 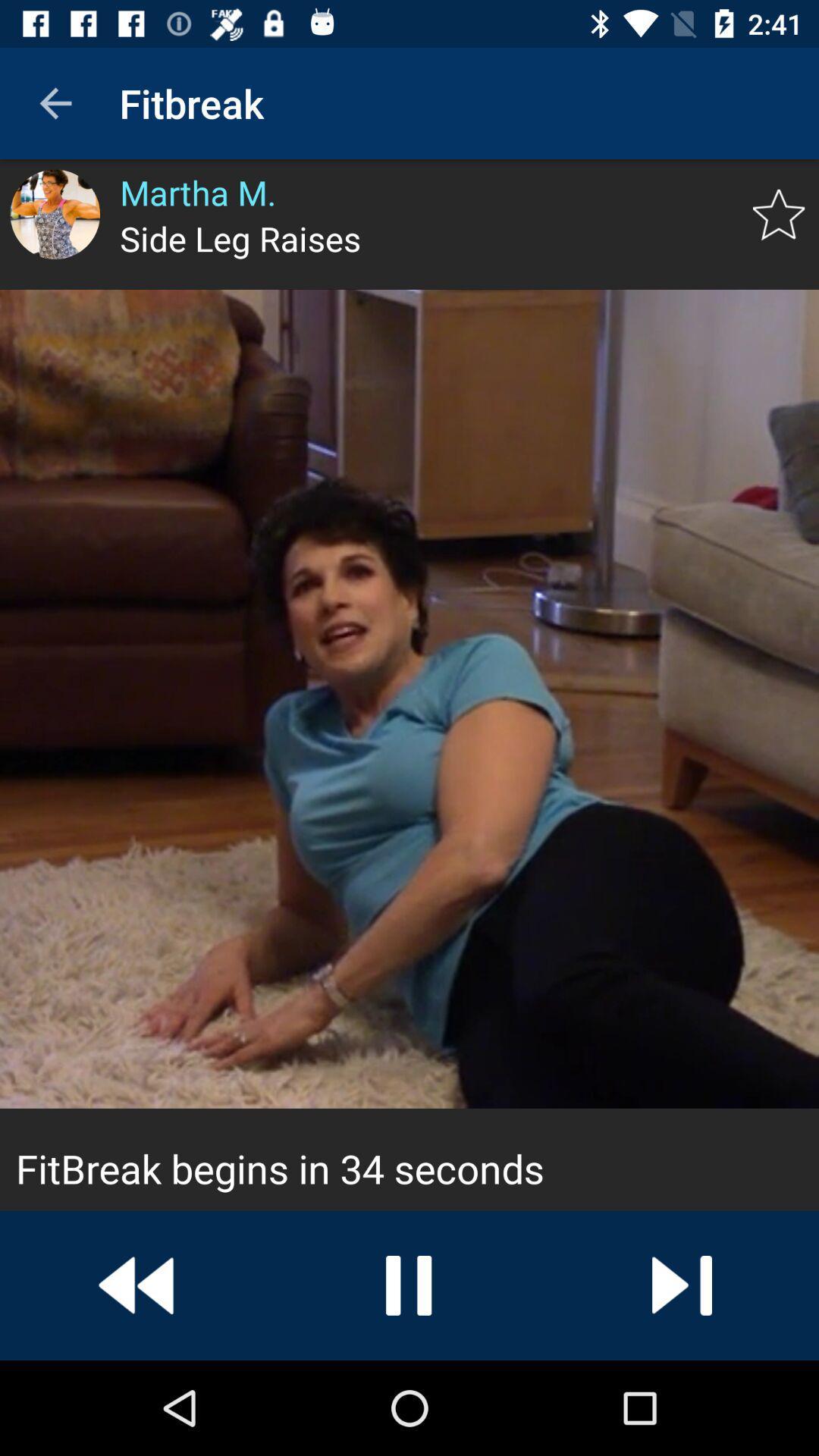 What do you see at coordinates (409, 1285) in the screenshot?
I see `pause video` at bounding box center [409, 1285].